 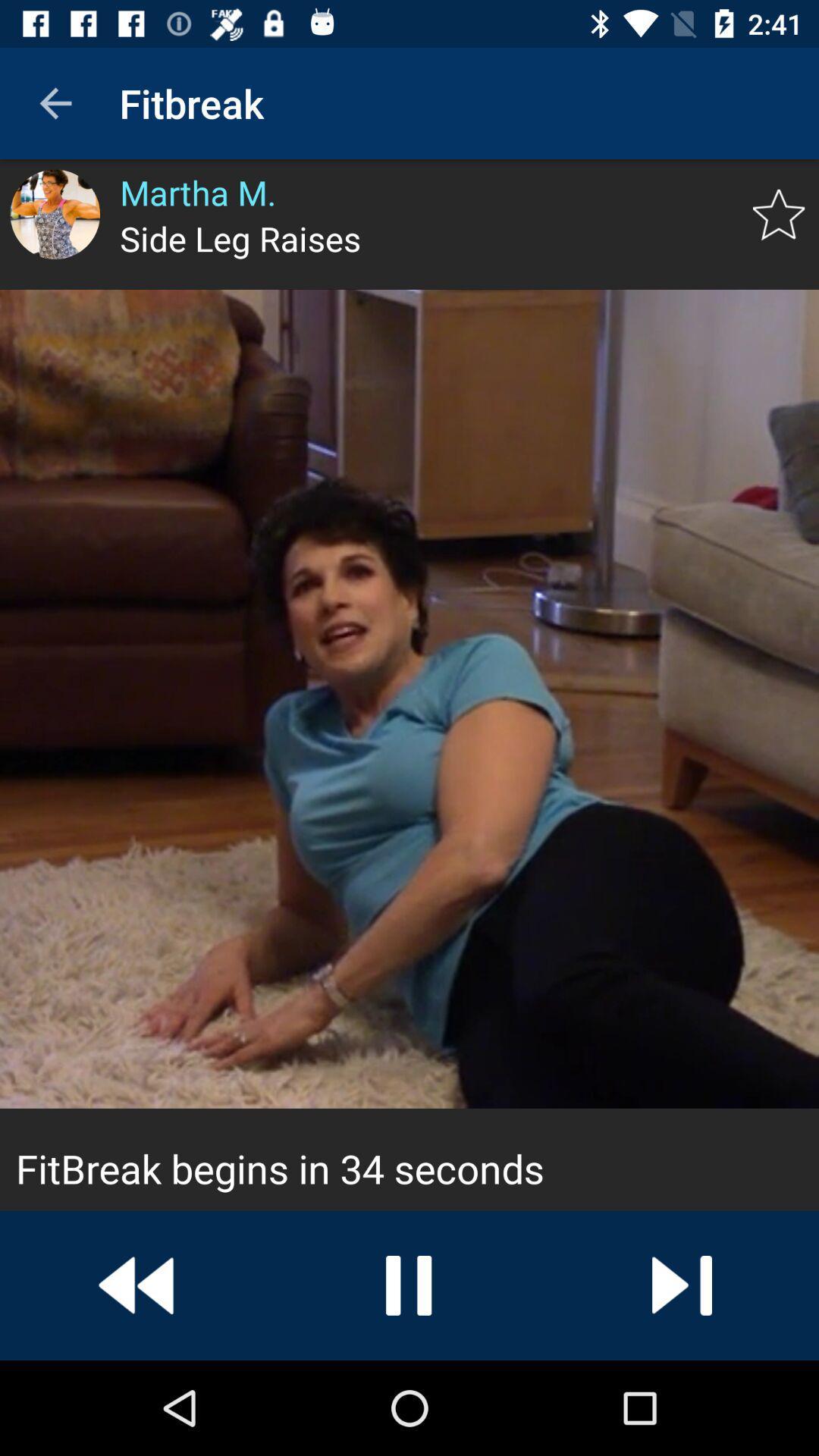 What do you see at coordinates (409, 1285) in the screenshot?
I see `pause video` at bounding box center [409, 1285].